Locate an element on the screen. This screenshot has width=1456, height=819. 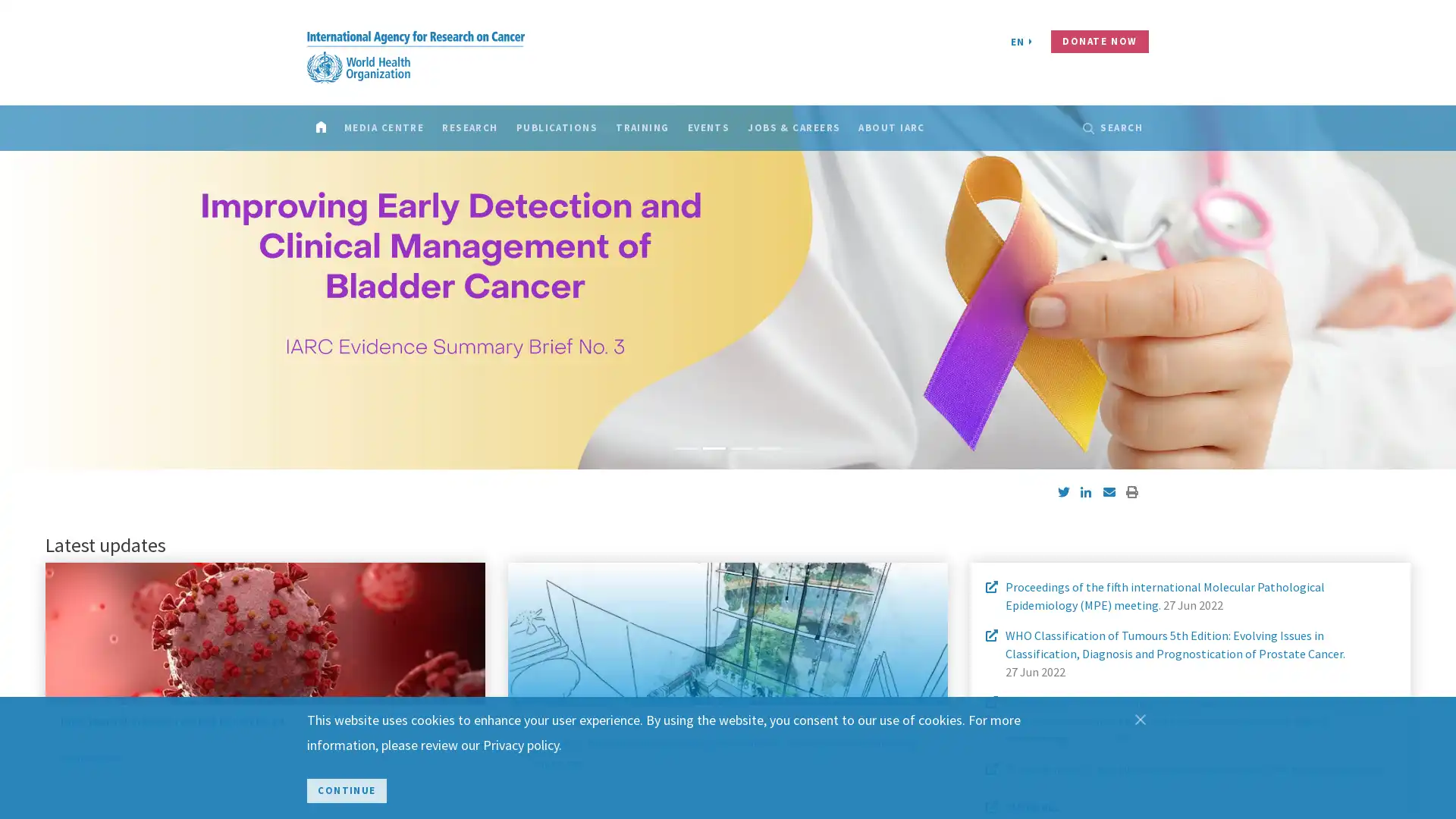
Goto Slide 2 is located at coordinates (713, 447).